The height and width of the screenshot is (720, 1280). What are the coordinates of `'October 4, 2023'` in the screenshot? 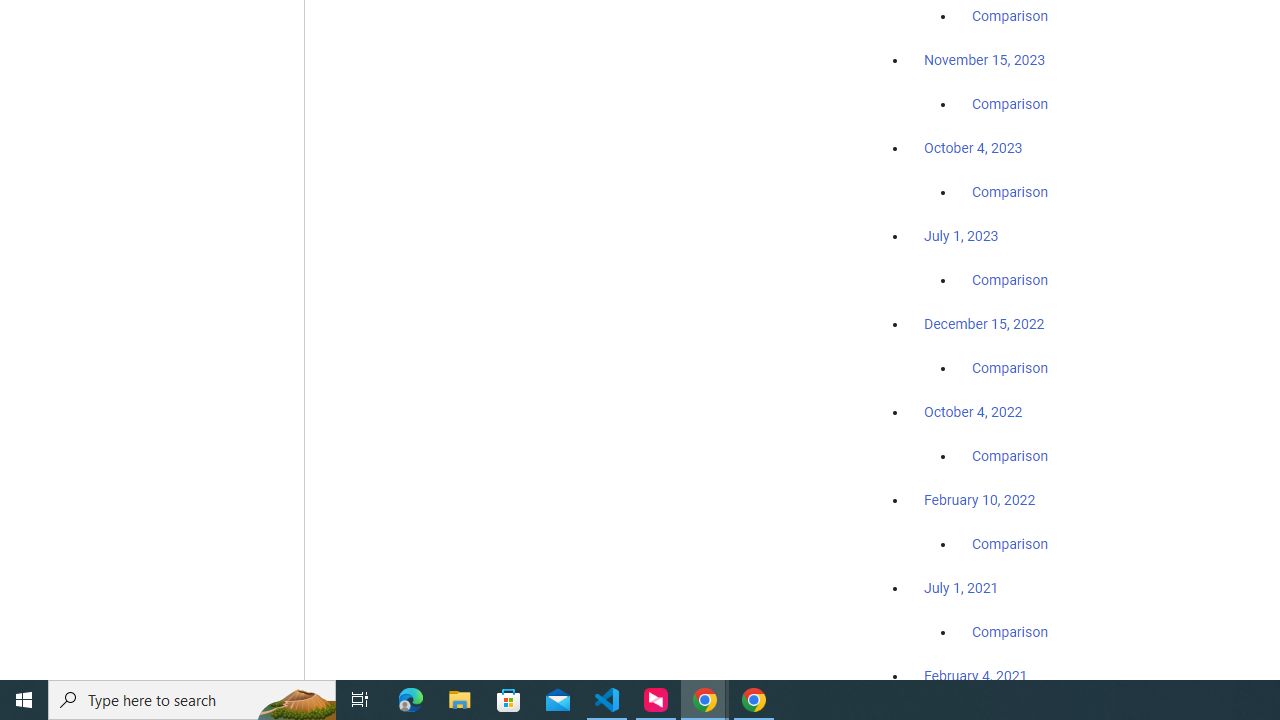 It's located at (973, 147).